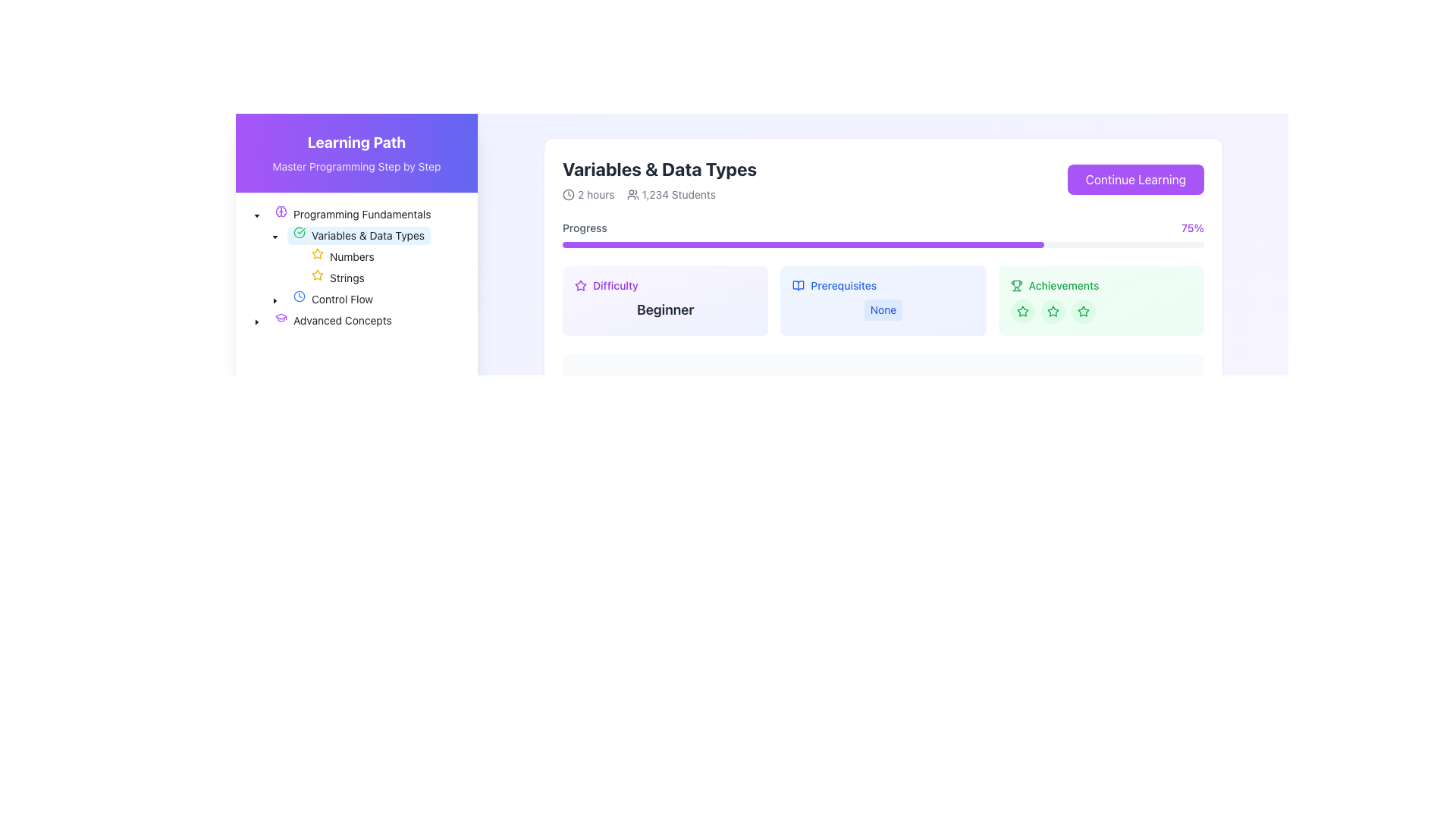 The image size is (1456, 819). Describe the element at coordinates (802, 244) in the screenshot. I see `the purple progress bar located in the 'Progress' section of the 'Variables & Data Types' interface, which is visually represented as a filled horizontal rectangular bar with rounded corners` at that location.